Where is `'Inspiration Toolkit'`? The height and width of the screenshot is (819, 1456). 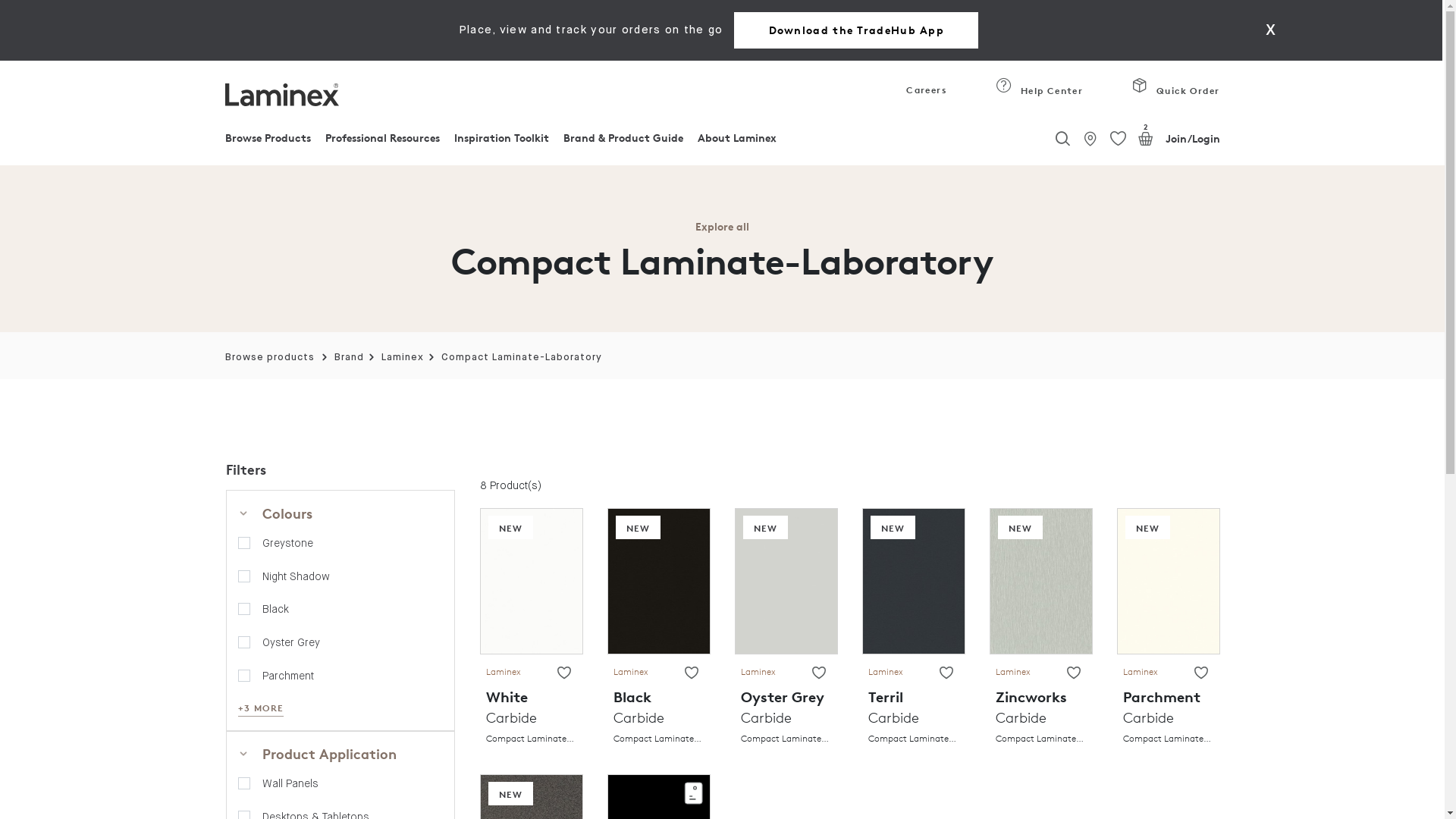 'Inspiration Toolkit' is located at coordinates (501, 141).